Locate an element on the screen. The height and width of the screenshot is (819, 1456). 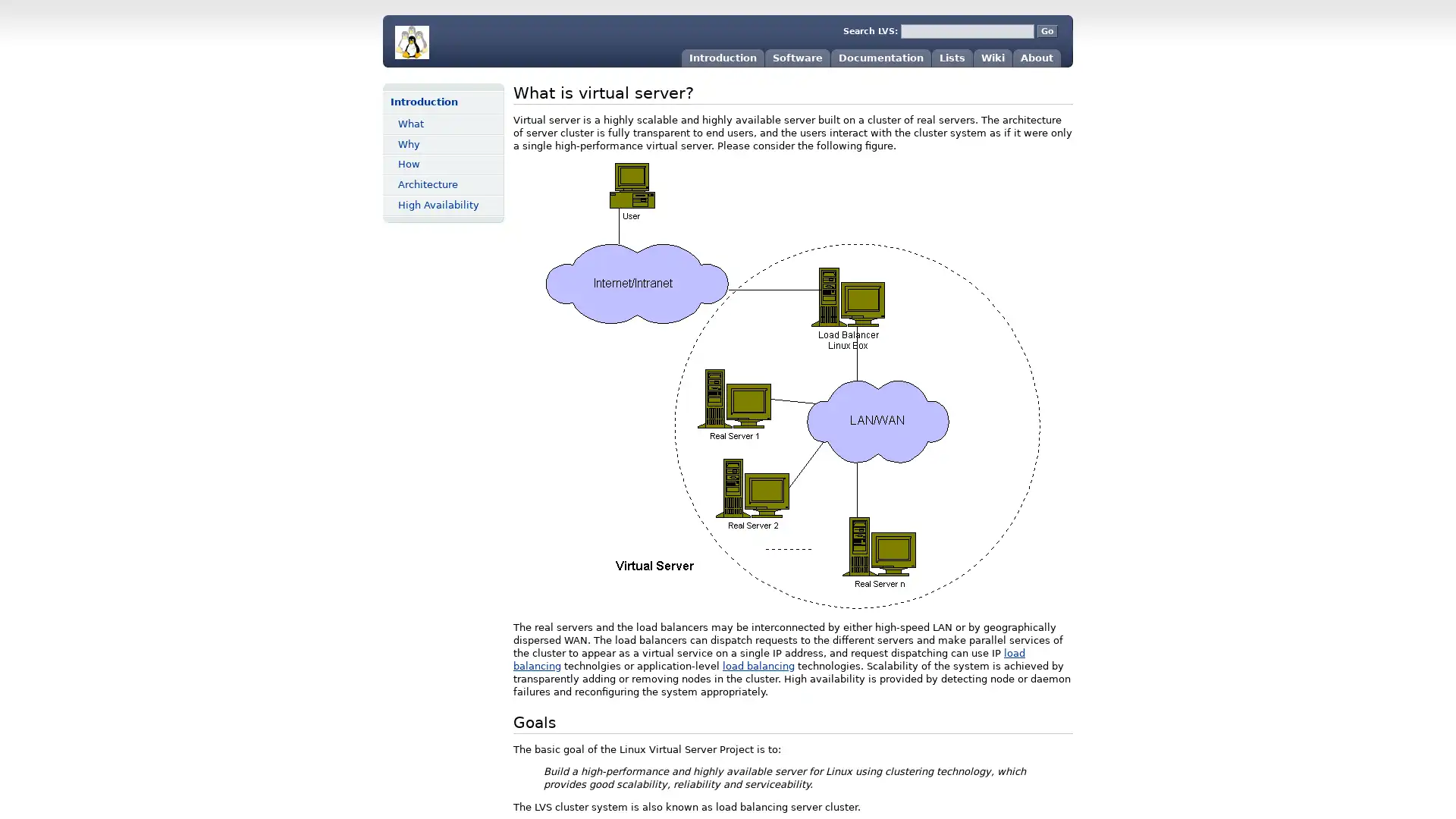
Go is located at coordinates (1046, 31).